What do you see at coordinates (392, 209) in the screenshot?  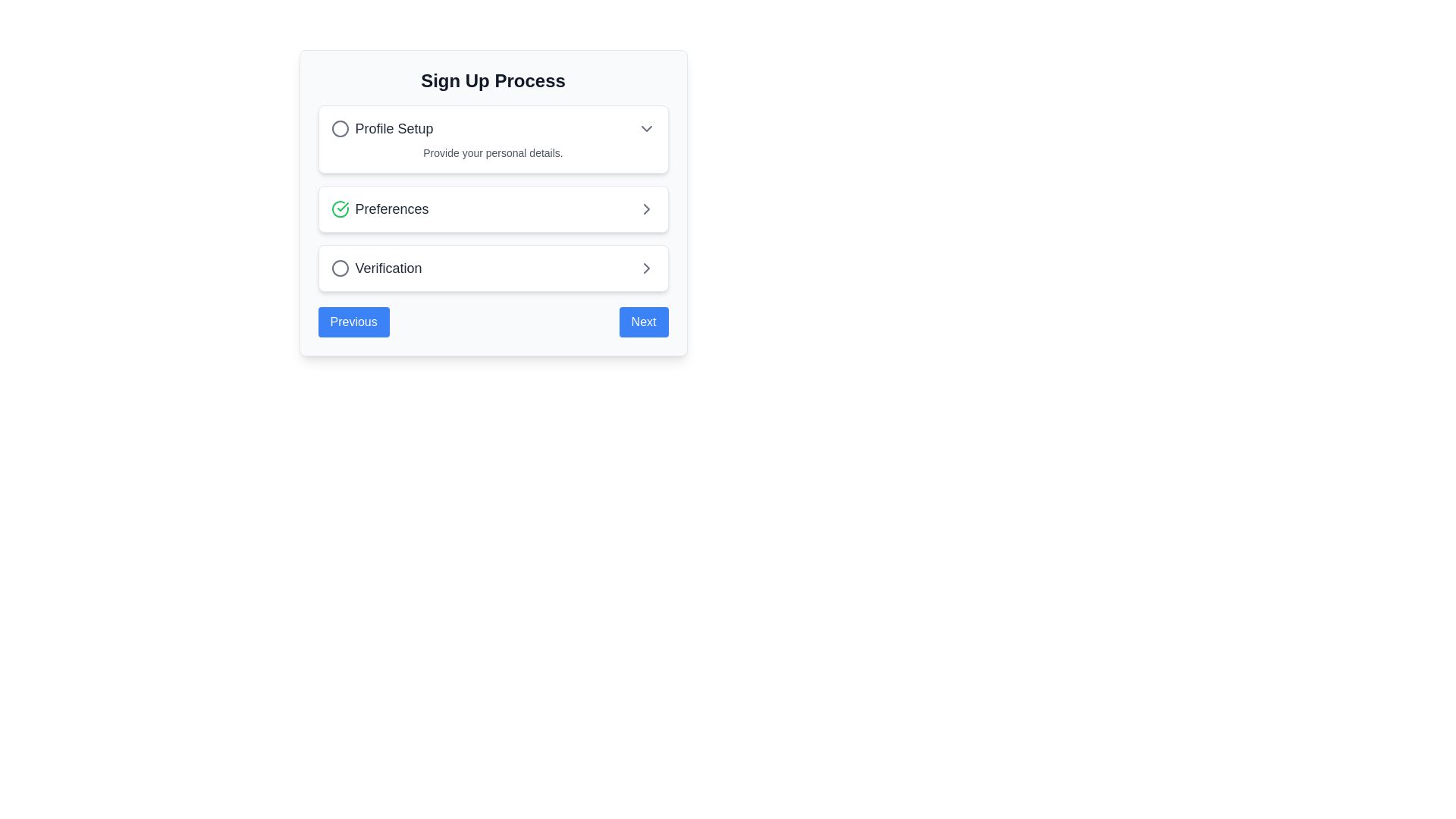 I see `the text content of the 'Preferences' label, which is prominently displayed in a large gray font and is located in the center segment of a three-step process interface` at bounding box center [392, 209].